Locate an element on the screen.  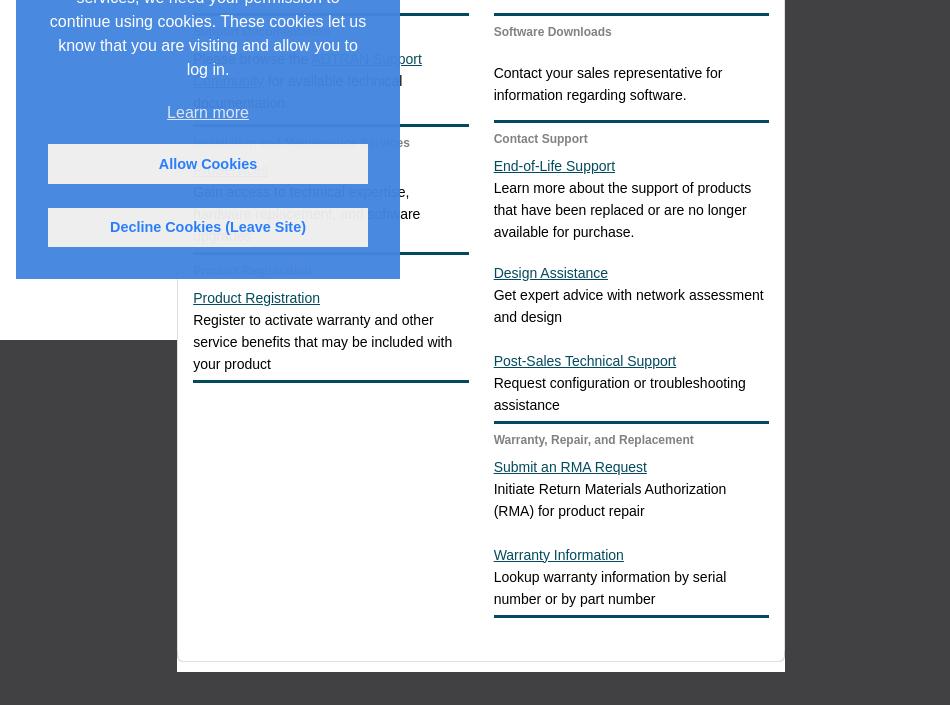
'Submit an RMA Request' is located at coordinates (569, 465).